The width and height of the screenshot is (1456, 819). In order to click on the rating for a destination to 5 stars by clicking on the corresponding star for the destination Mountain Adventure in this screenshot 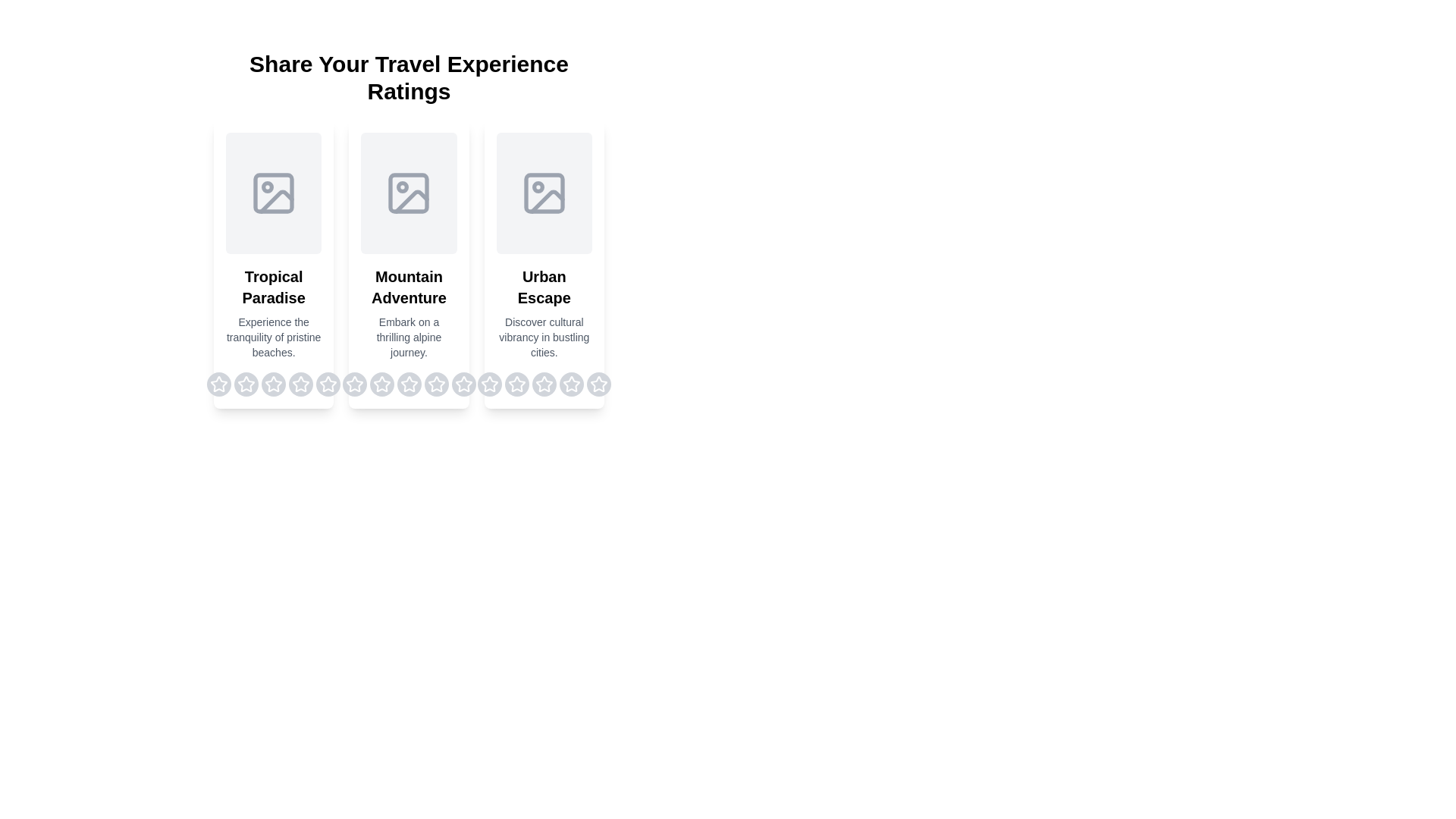, I will do `click(463, 383)`.